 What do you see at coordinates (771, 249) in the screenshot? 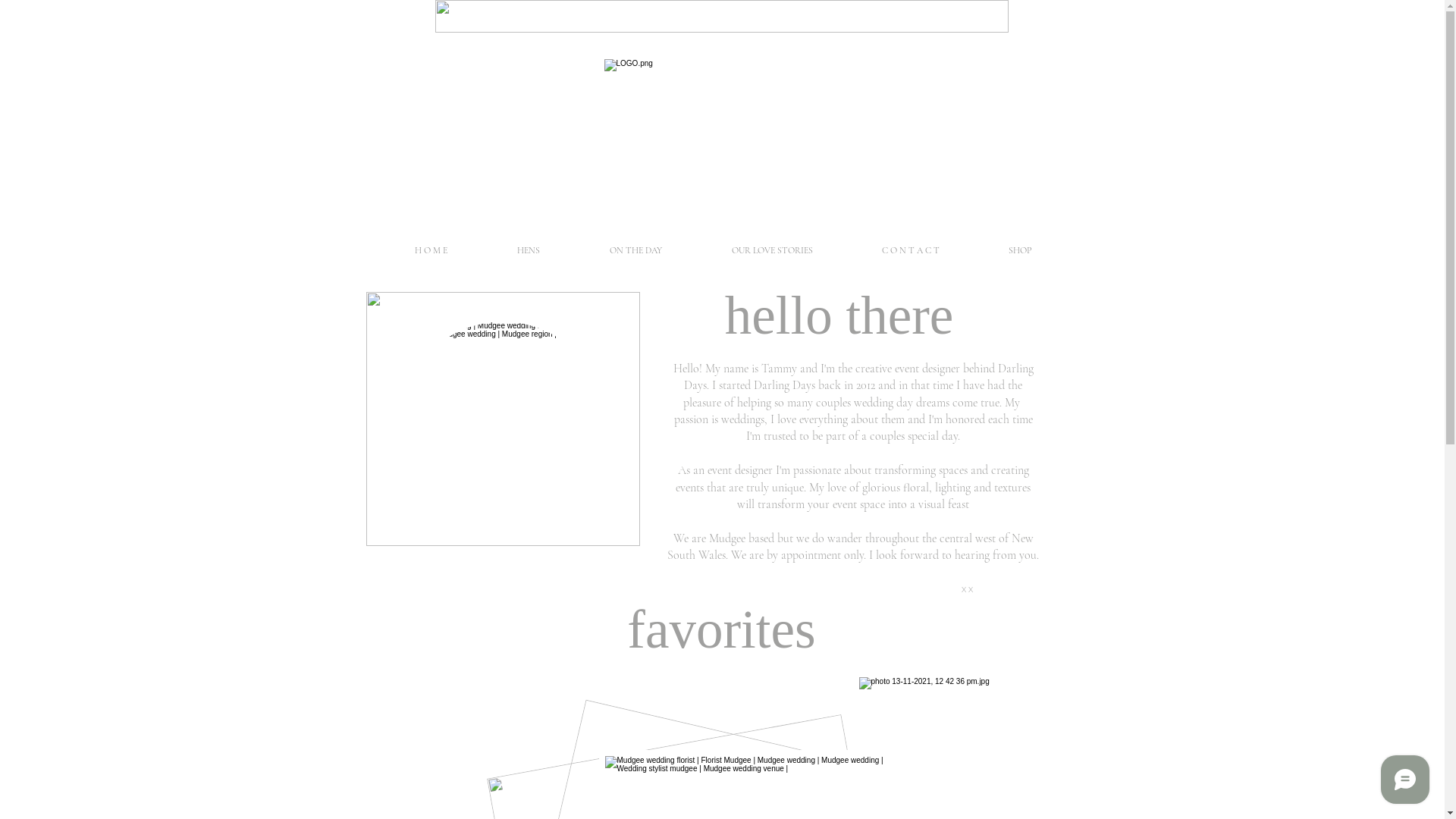
I see `'OUR LOVE STORIES'` at bounding box center [771, 249].